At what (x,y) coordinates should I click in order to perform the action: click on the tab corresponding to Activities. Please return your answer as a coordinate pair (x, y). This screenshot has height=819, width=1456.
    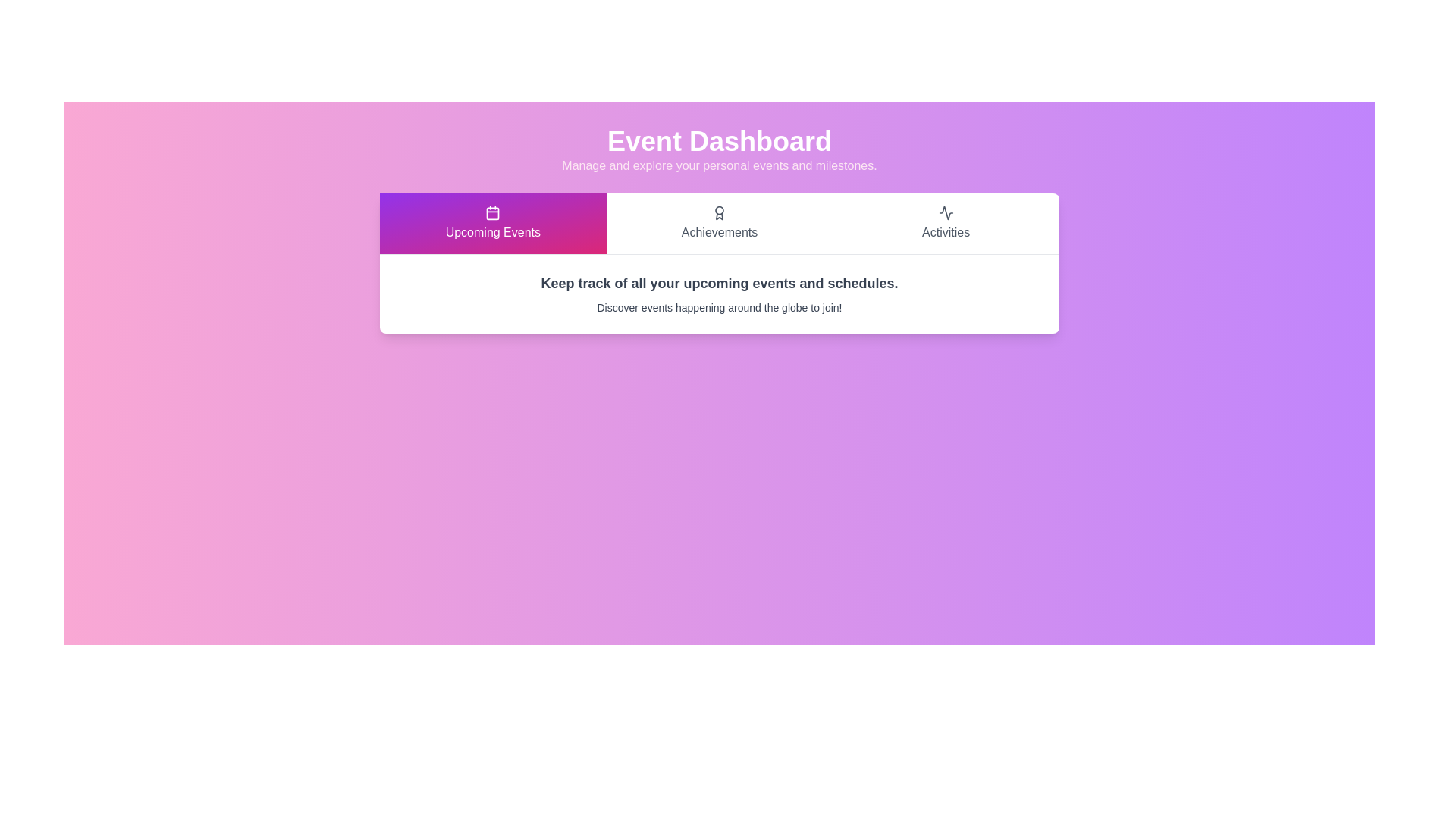
    Looking at the image, I should click on (946, 223).